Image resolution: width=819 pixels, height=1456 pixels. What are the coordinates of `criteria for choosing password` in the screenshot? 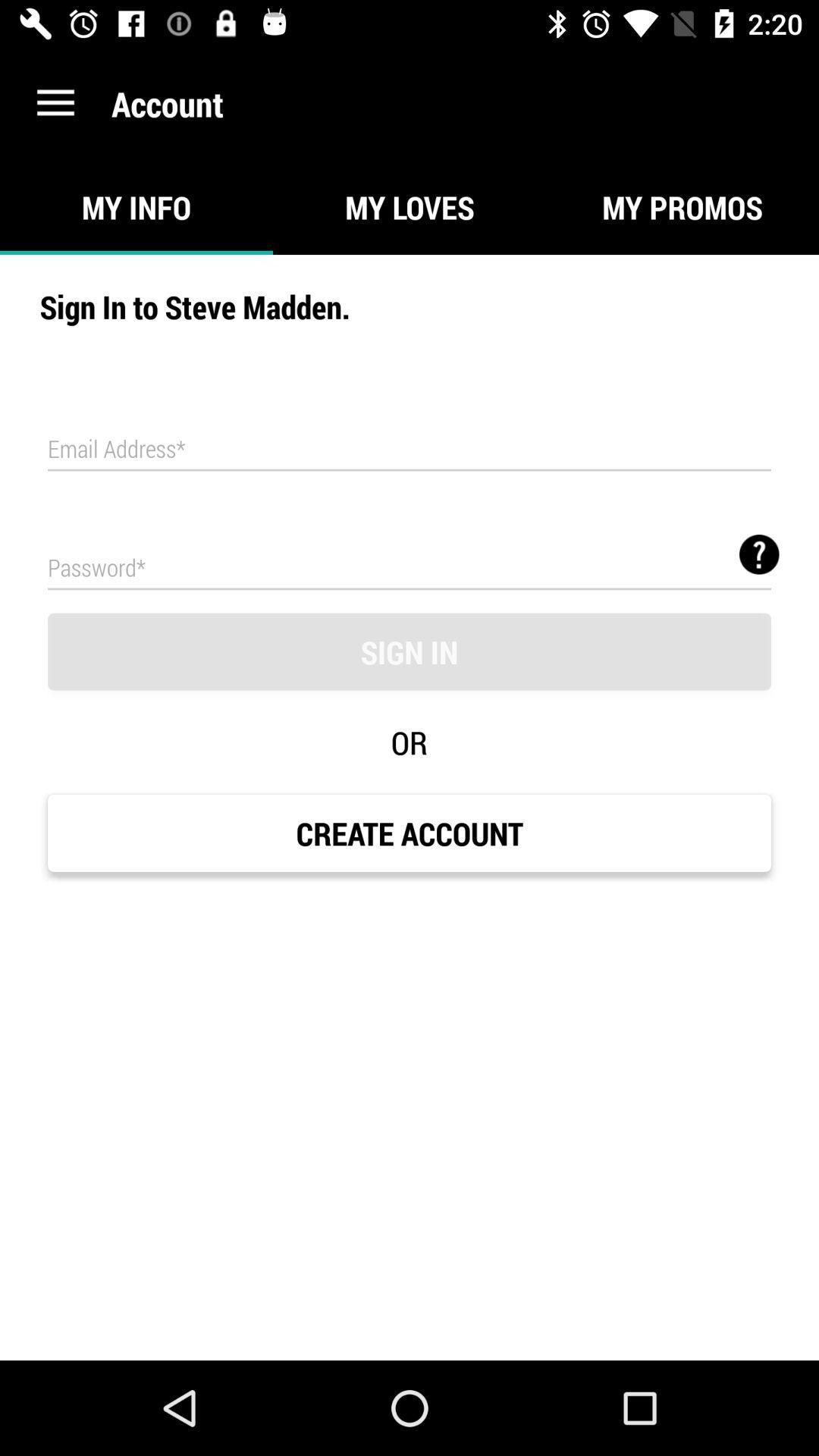 It's located at (759, 554).